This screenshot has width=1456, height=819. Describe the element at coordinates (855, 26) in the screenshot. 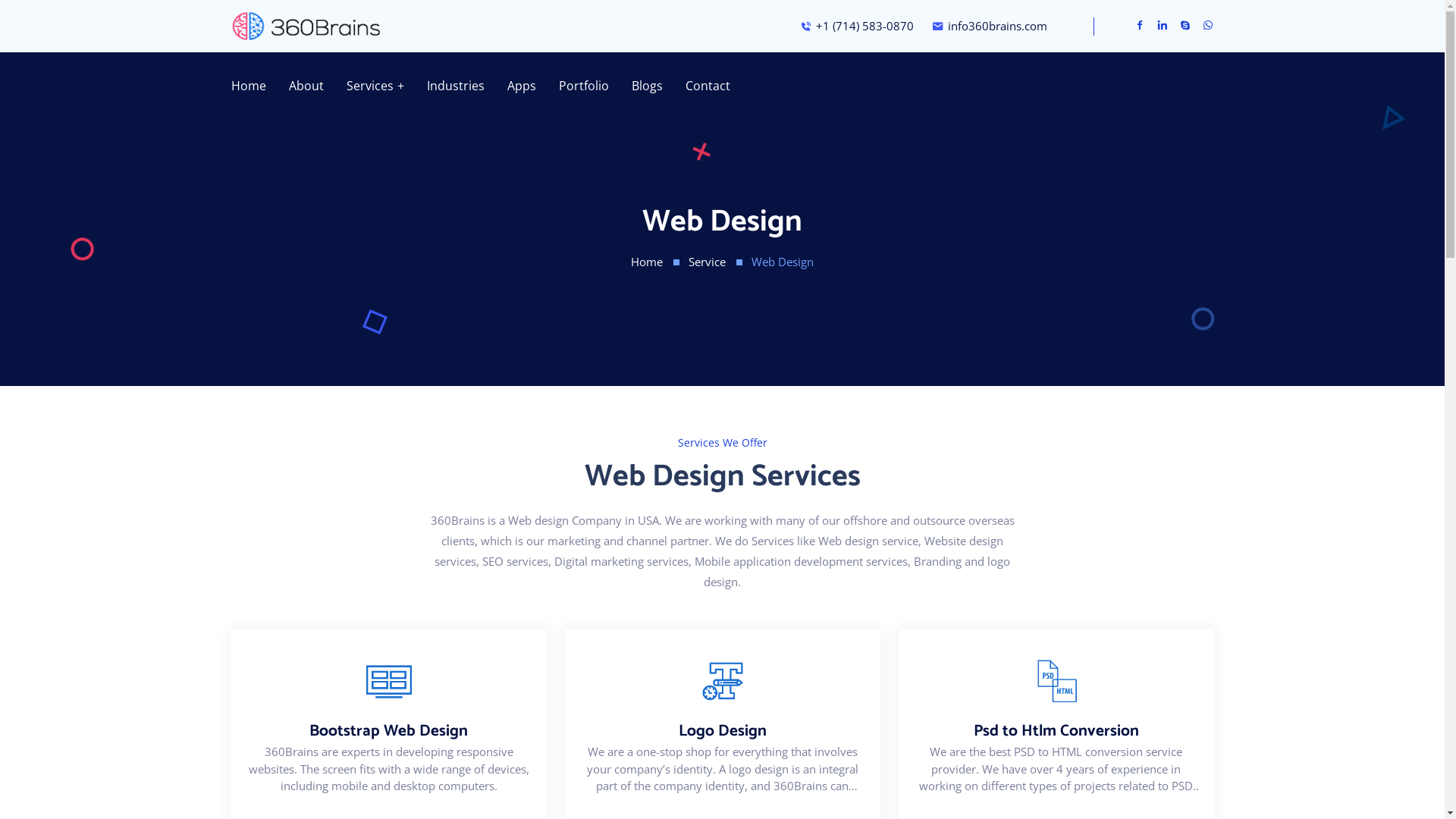

I see `'+1 (714) 583-0870'` at that location.